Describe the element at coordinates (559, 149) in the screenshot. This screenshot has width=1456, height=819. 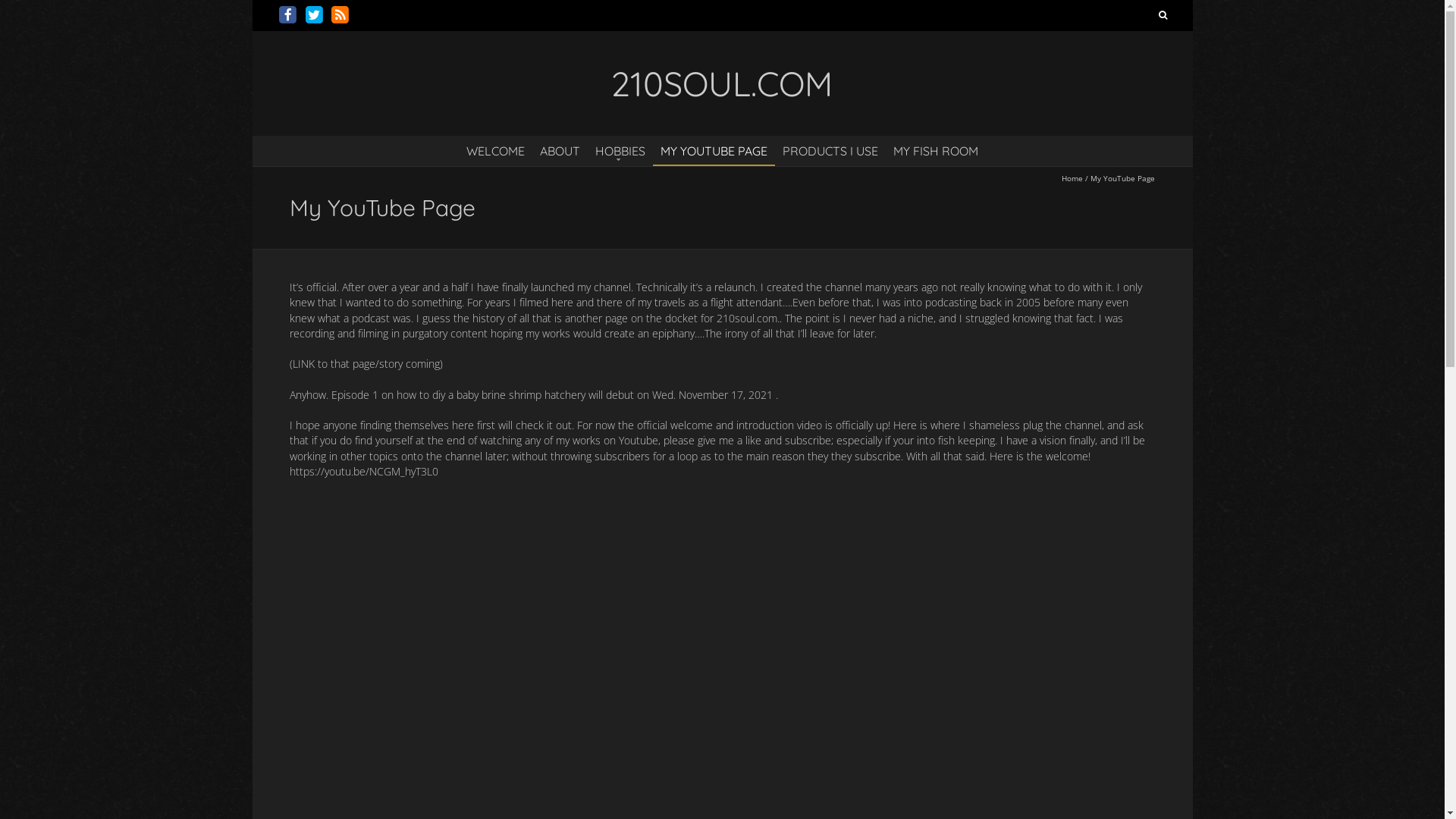
I see `'ABOUT'` at that location.